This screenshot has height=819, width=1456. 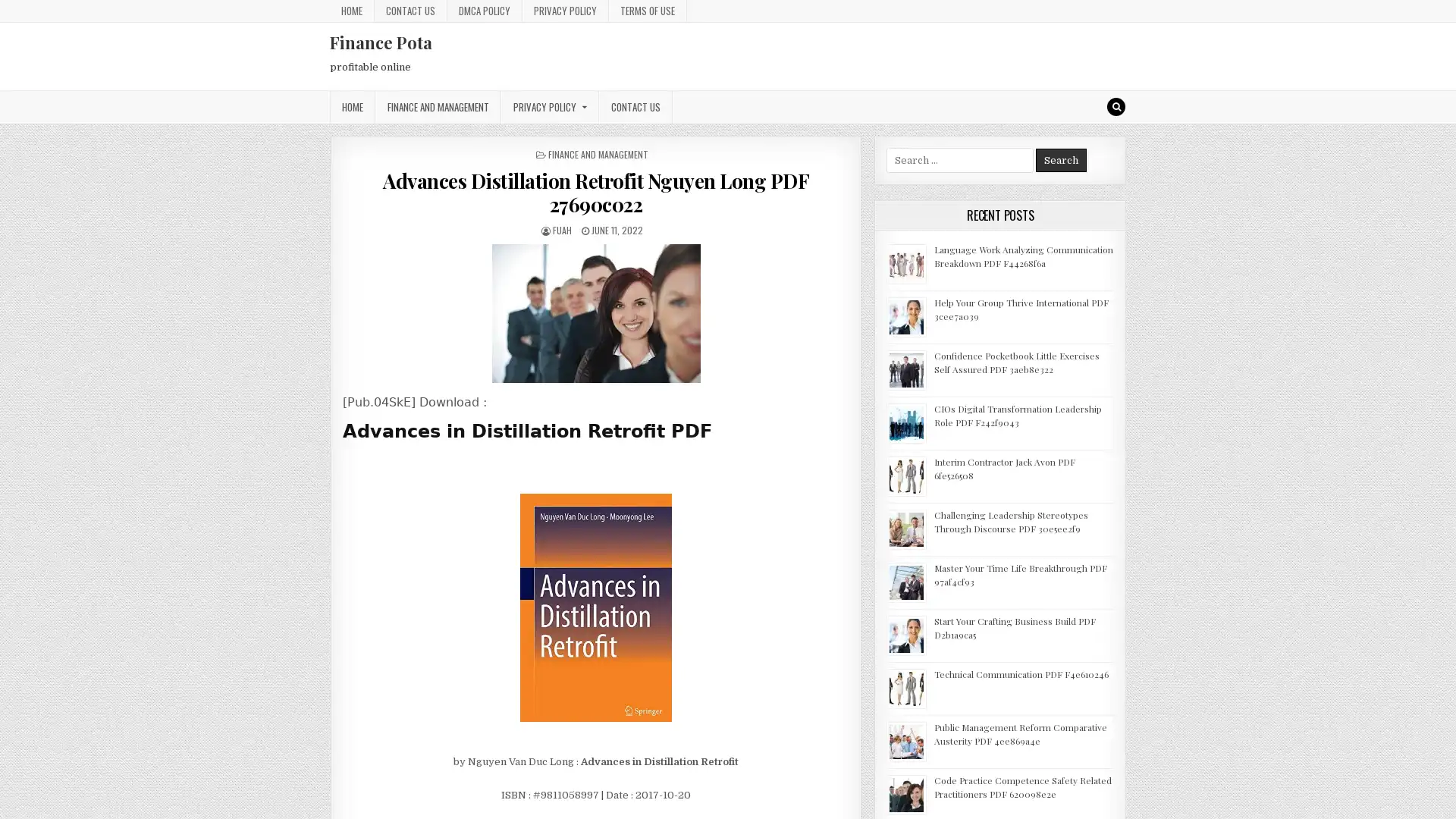 What do you see at coordinates (1060, 160) in the screenshot?
I see `Search` at bounding box center [1060, 160].